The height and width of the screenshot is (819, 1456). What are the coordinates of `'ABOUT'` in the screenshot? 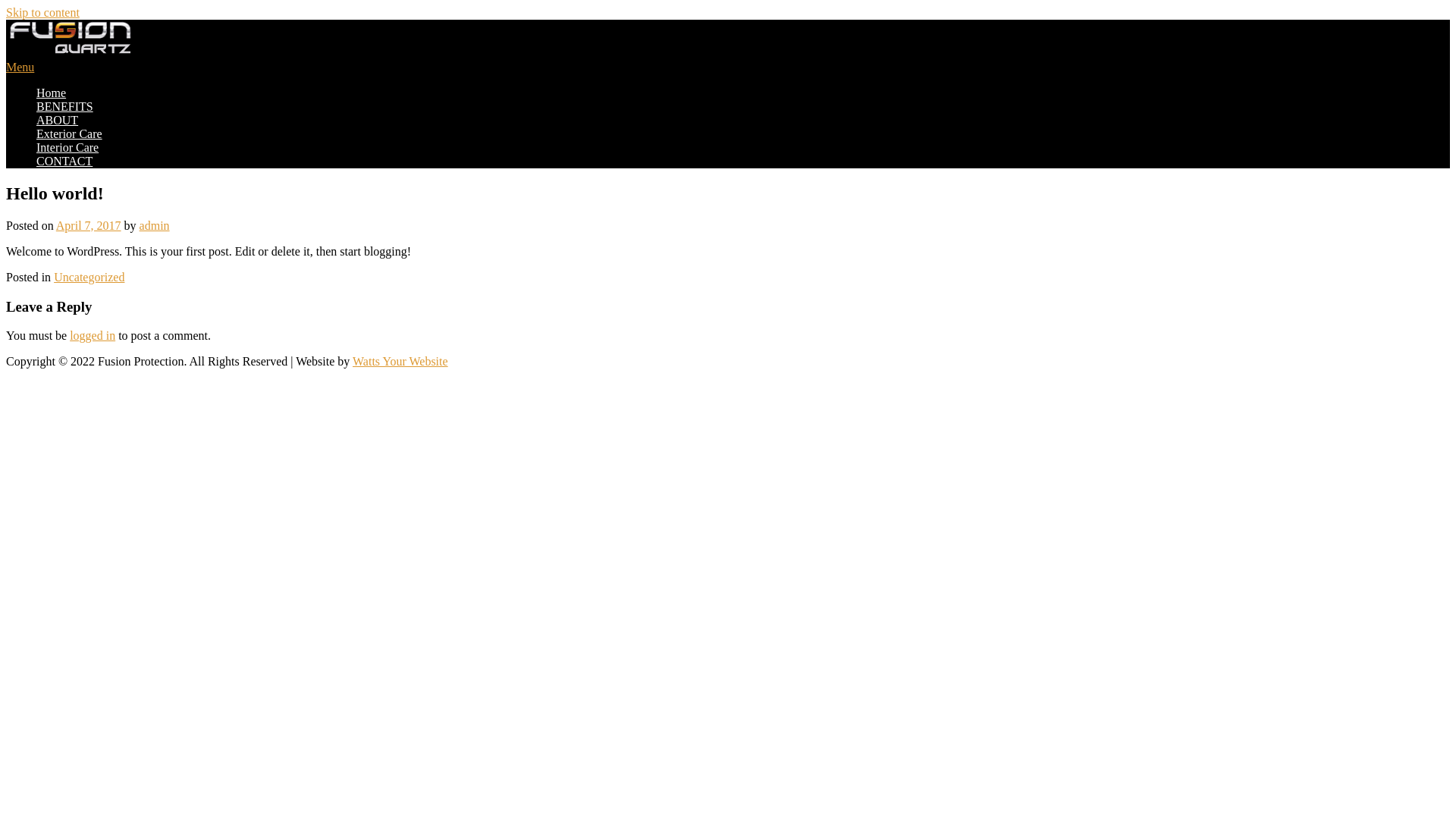 It's located at (57, 119).